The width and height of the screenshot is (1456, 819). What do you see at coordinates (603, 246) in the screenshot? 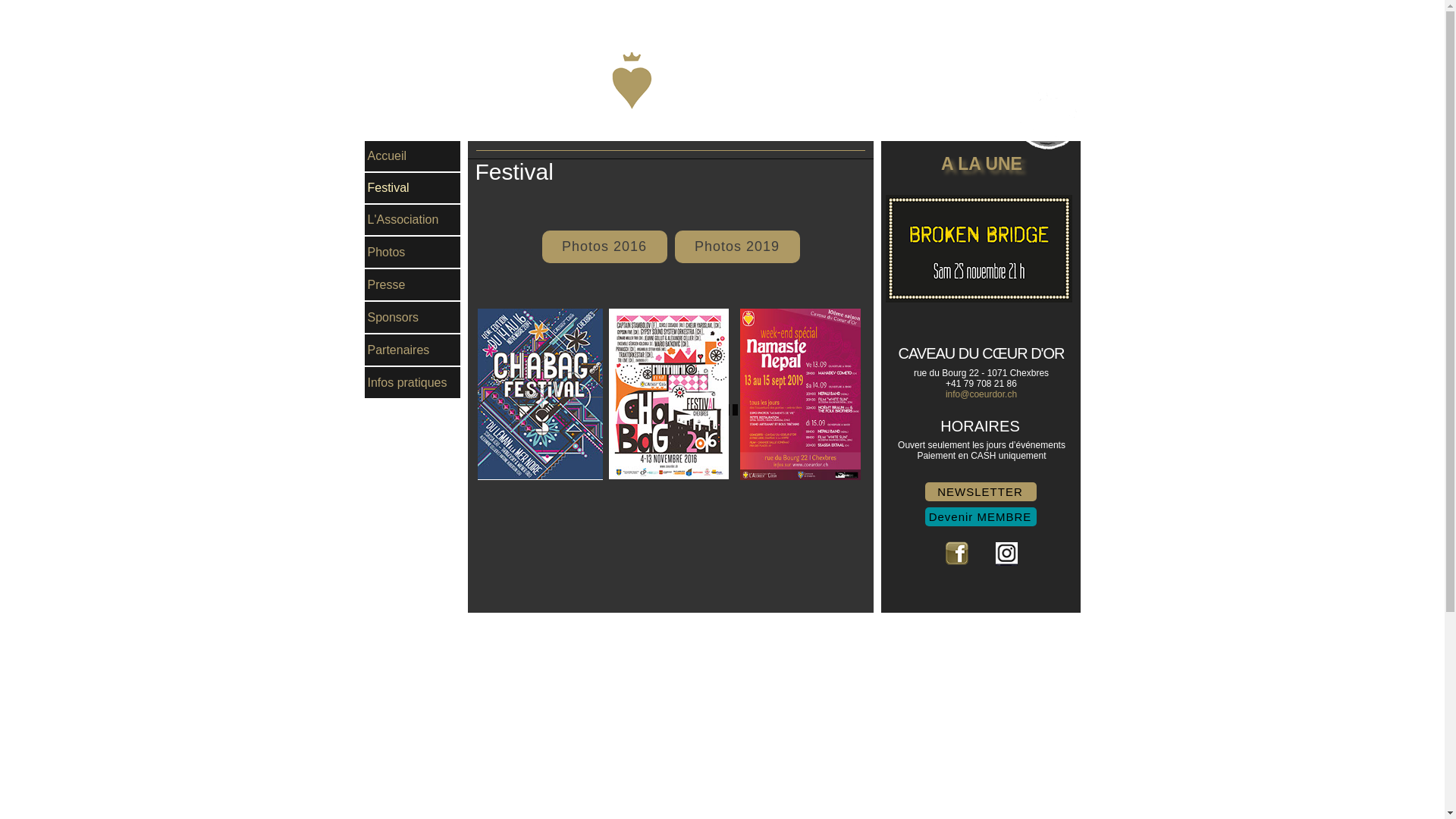
I see `'Photos 2016'` at bounding box center [603, 246].